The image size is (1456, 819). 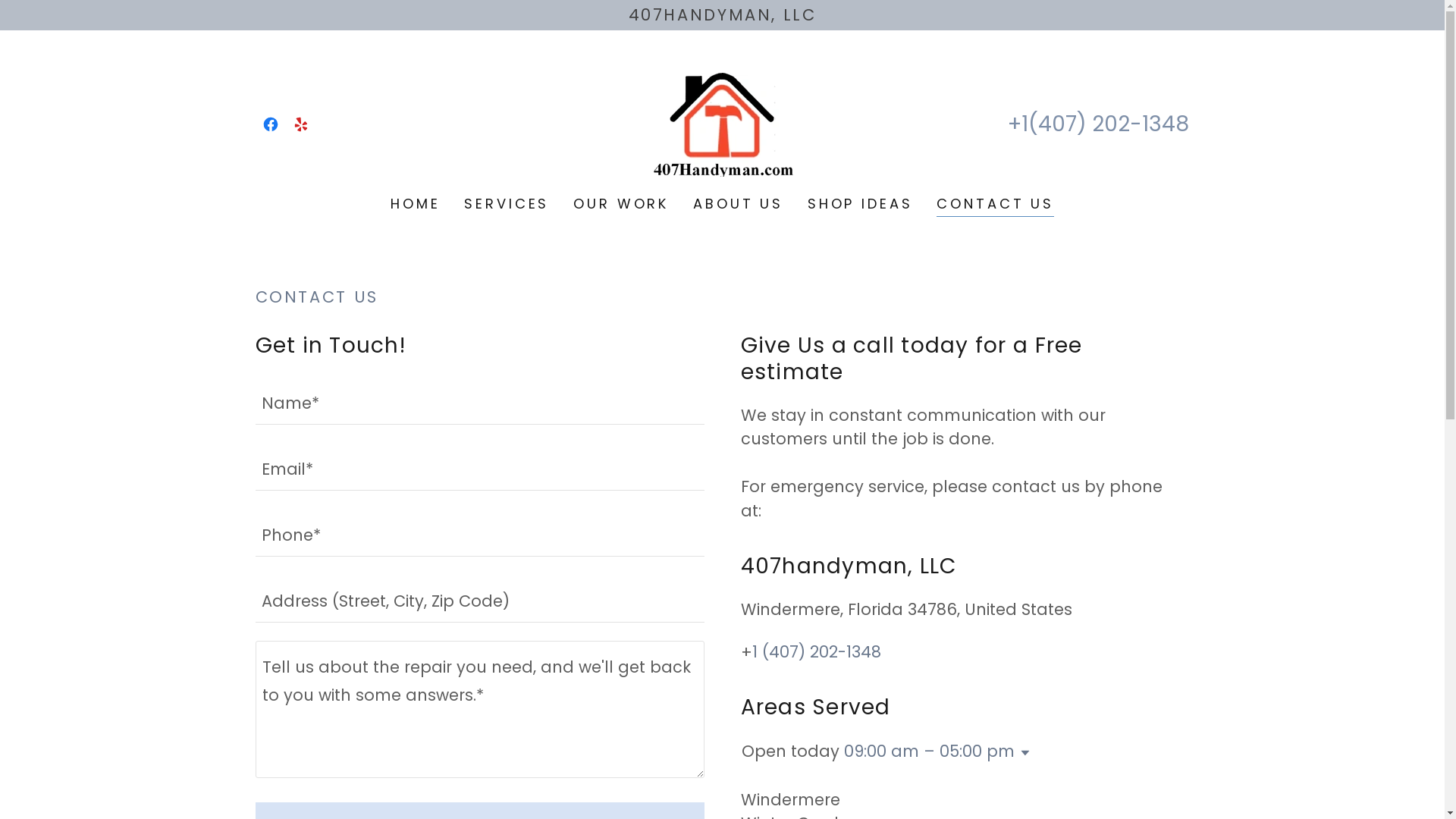 I want to click on '1 (407) 202-1348', so click(x=815, y=651).